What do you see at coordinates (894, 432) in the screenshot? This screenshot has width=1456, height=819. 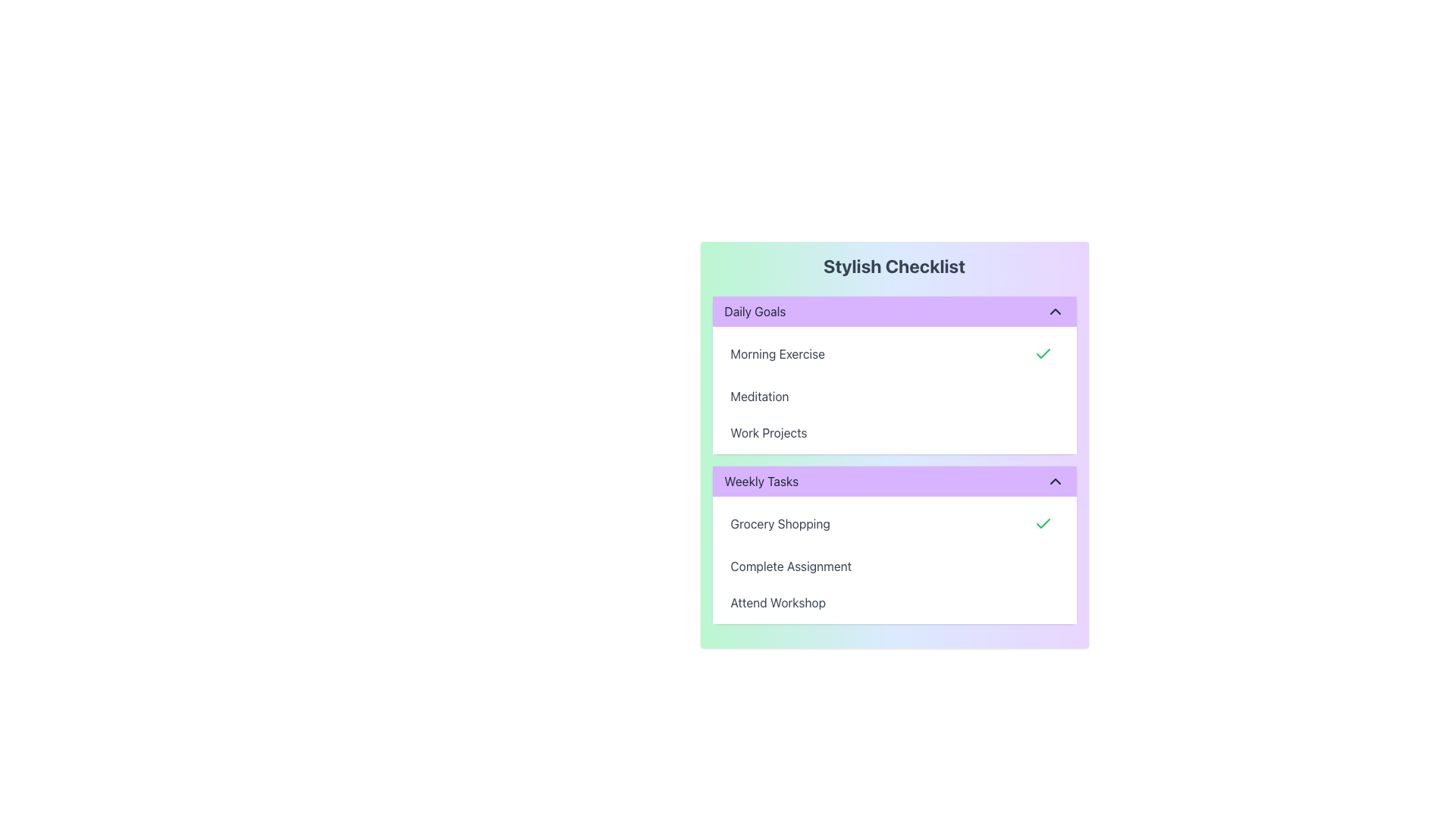 I see `the checklist item labeled 'Work Projects', which is the third item in the 'Daily Goals' section` at bounding box center [894, 432].